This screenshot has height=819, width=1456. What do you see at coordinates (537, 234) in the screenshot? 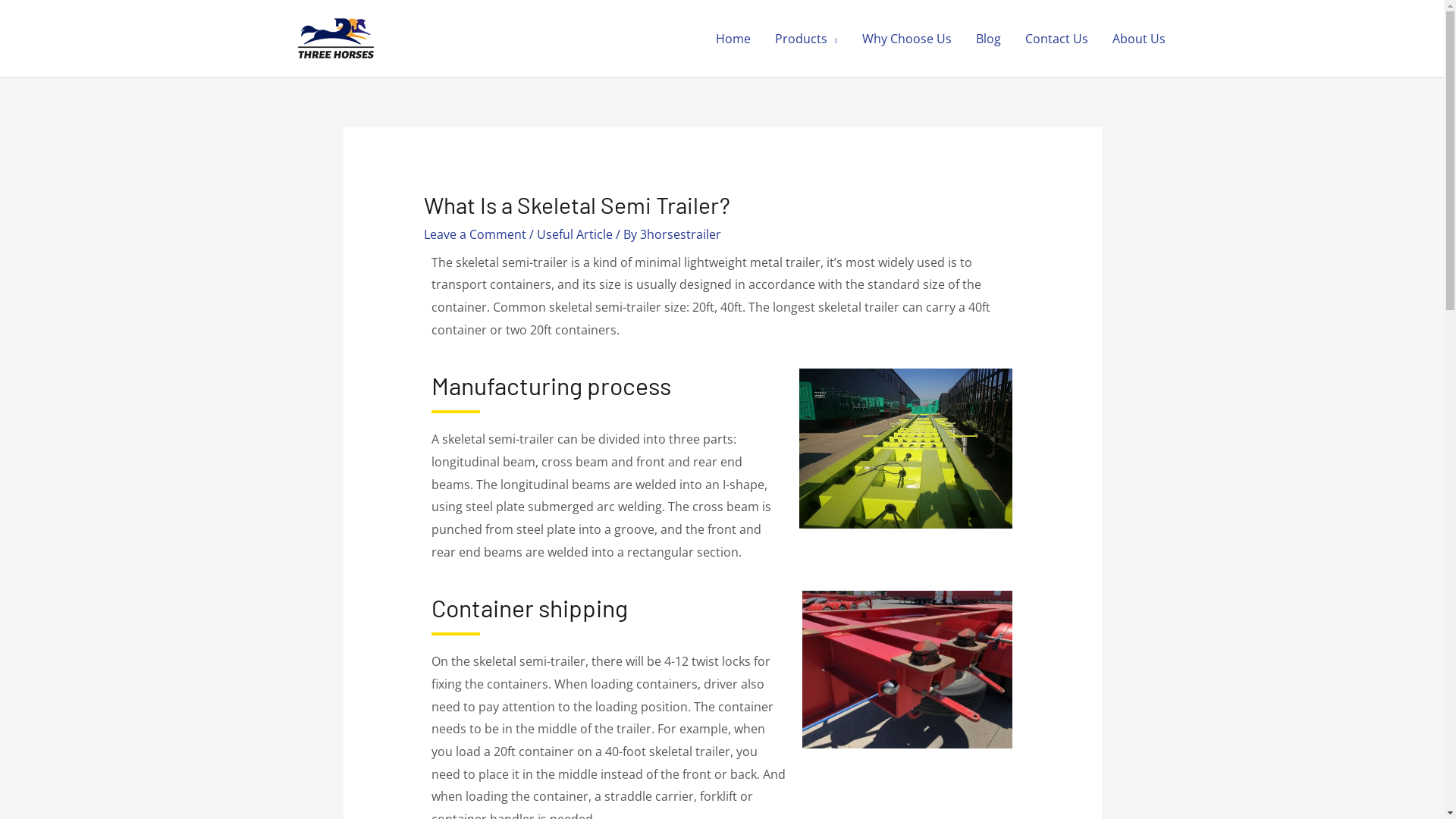
I see `'Useful Article'` at bounding box center [537, 234].